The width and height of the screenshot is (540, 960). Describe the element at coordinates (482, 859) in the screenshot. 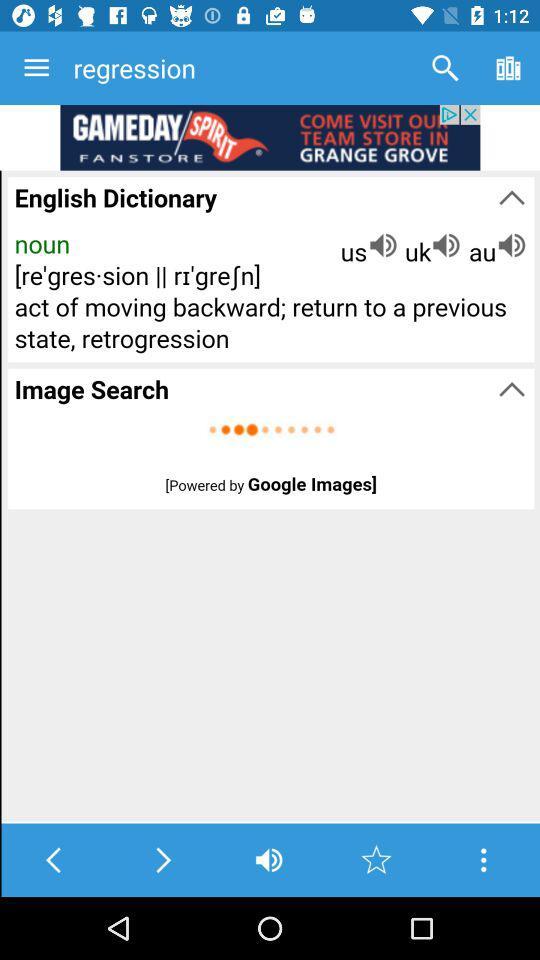

I see `customize` at that location.